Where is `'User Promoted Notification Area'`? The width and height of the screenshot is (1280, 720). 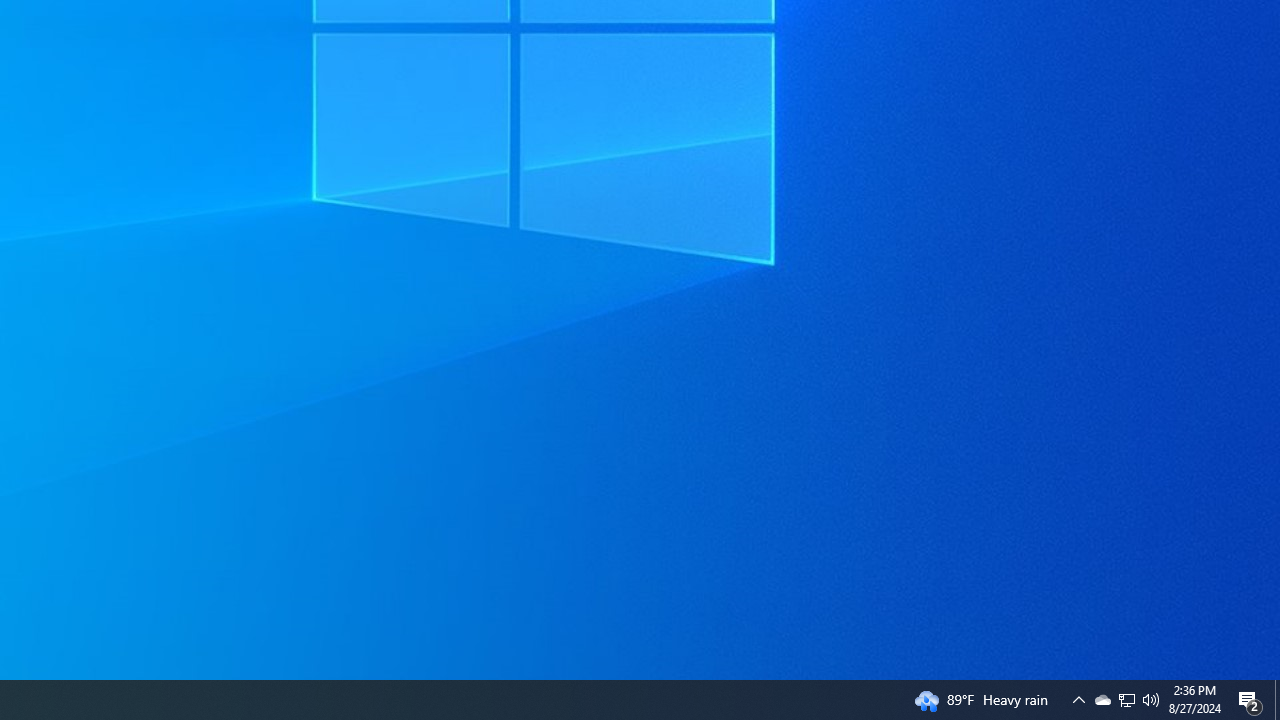
'User Promoted Notification Area' is located at coordinates (1151, 698).